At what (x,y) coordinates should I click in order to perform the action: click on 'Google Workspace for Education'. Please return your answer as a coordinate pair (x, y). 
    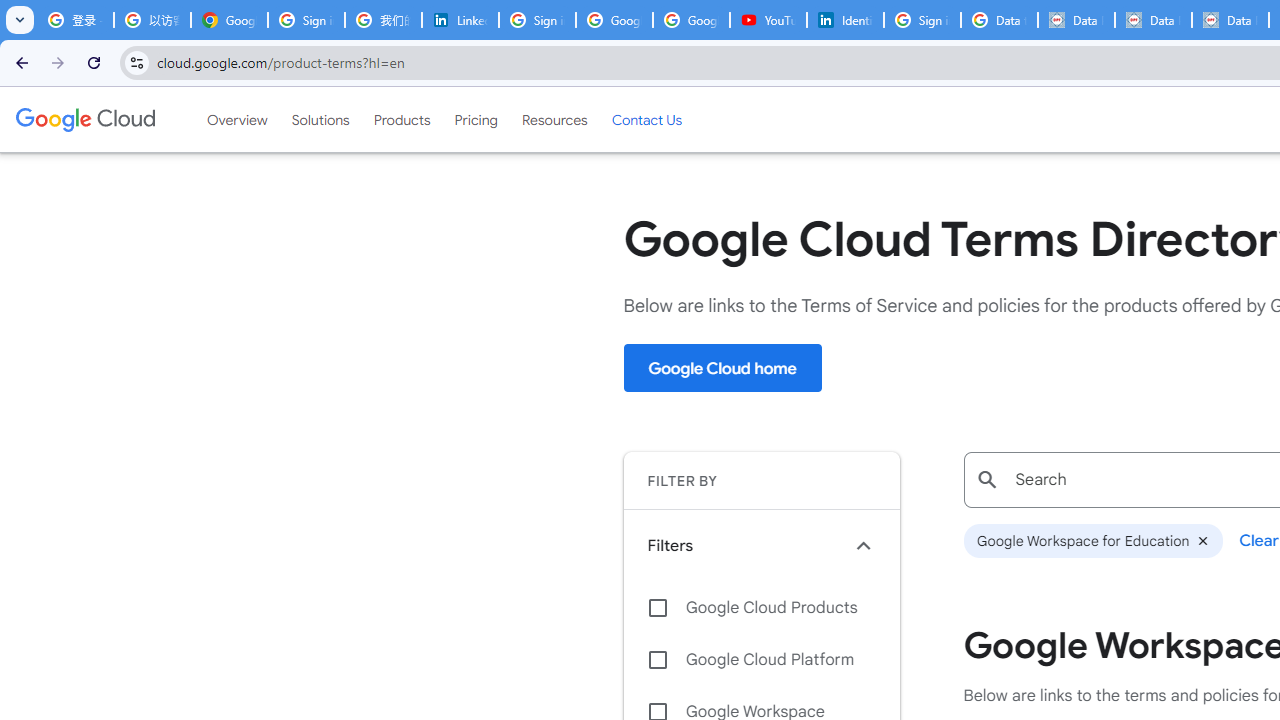
    Looking at the image, I should click on (1091, 541).